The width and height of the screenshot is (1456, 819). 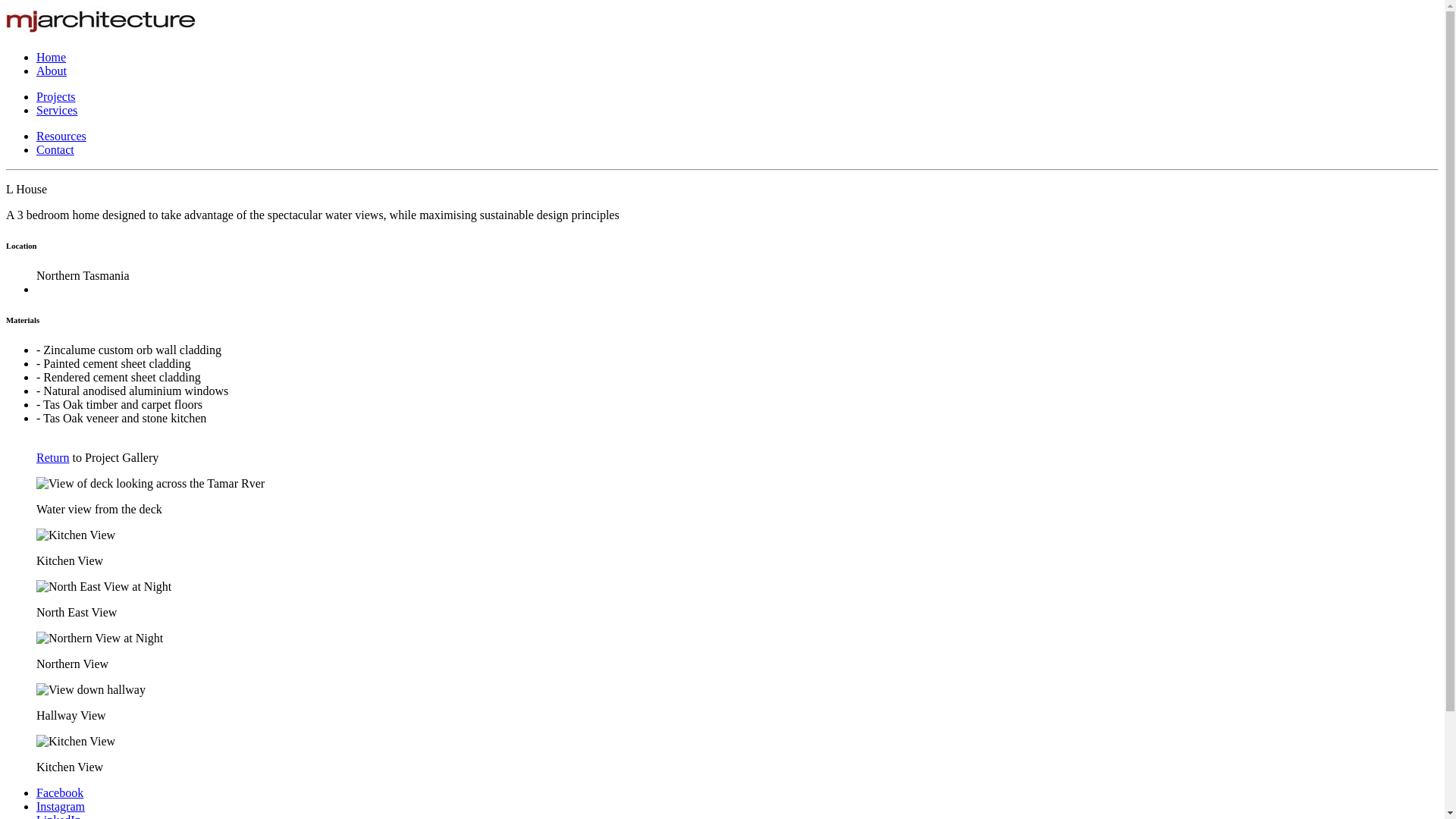 I want to click on 'Resources', so click(x=36, y=135).